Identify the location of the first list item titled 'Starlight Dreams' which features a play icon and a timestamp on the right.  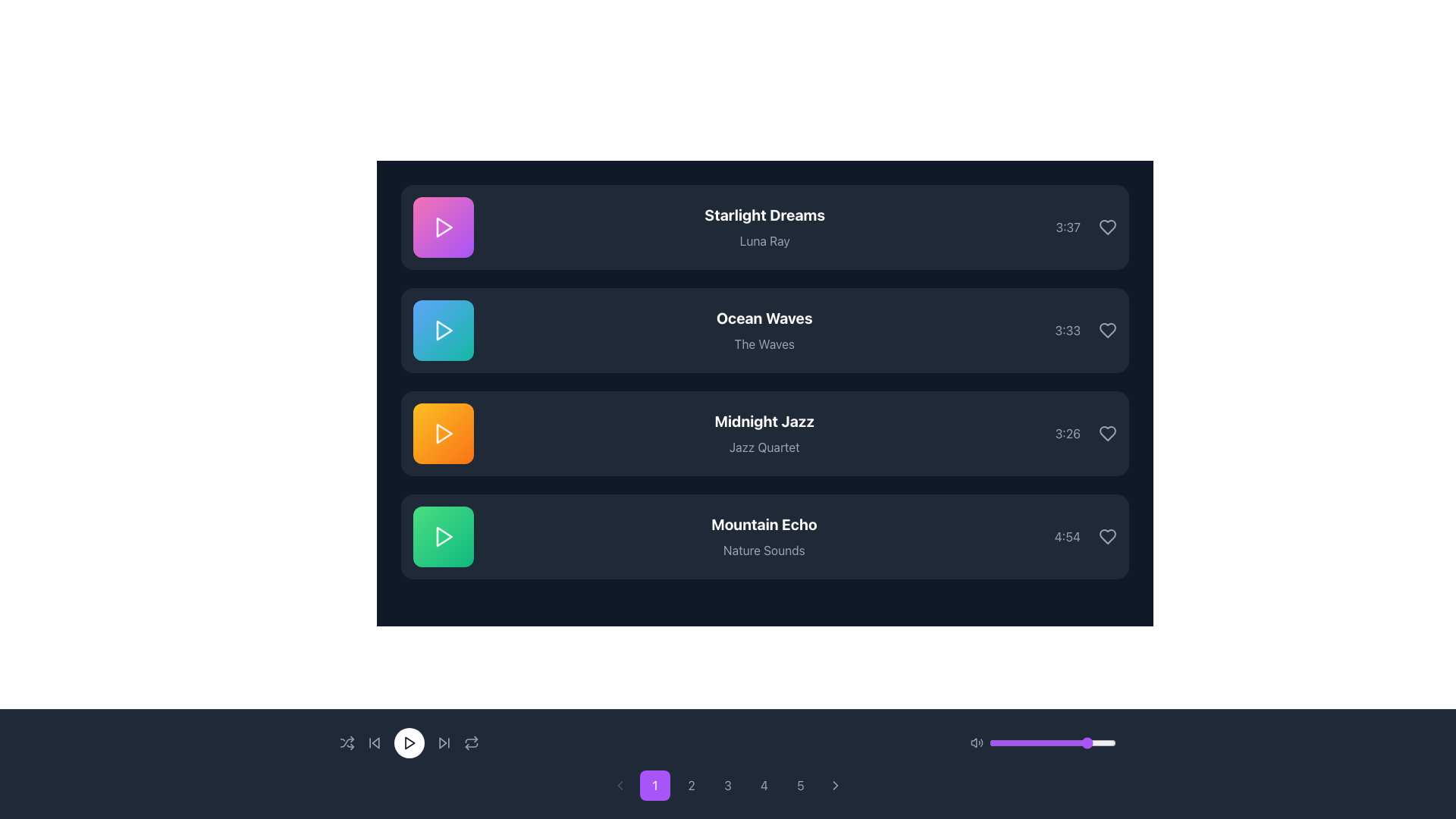
(764, 227).